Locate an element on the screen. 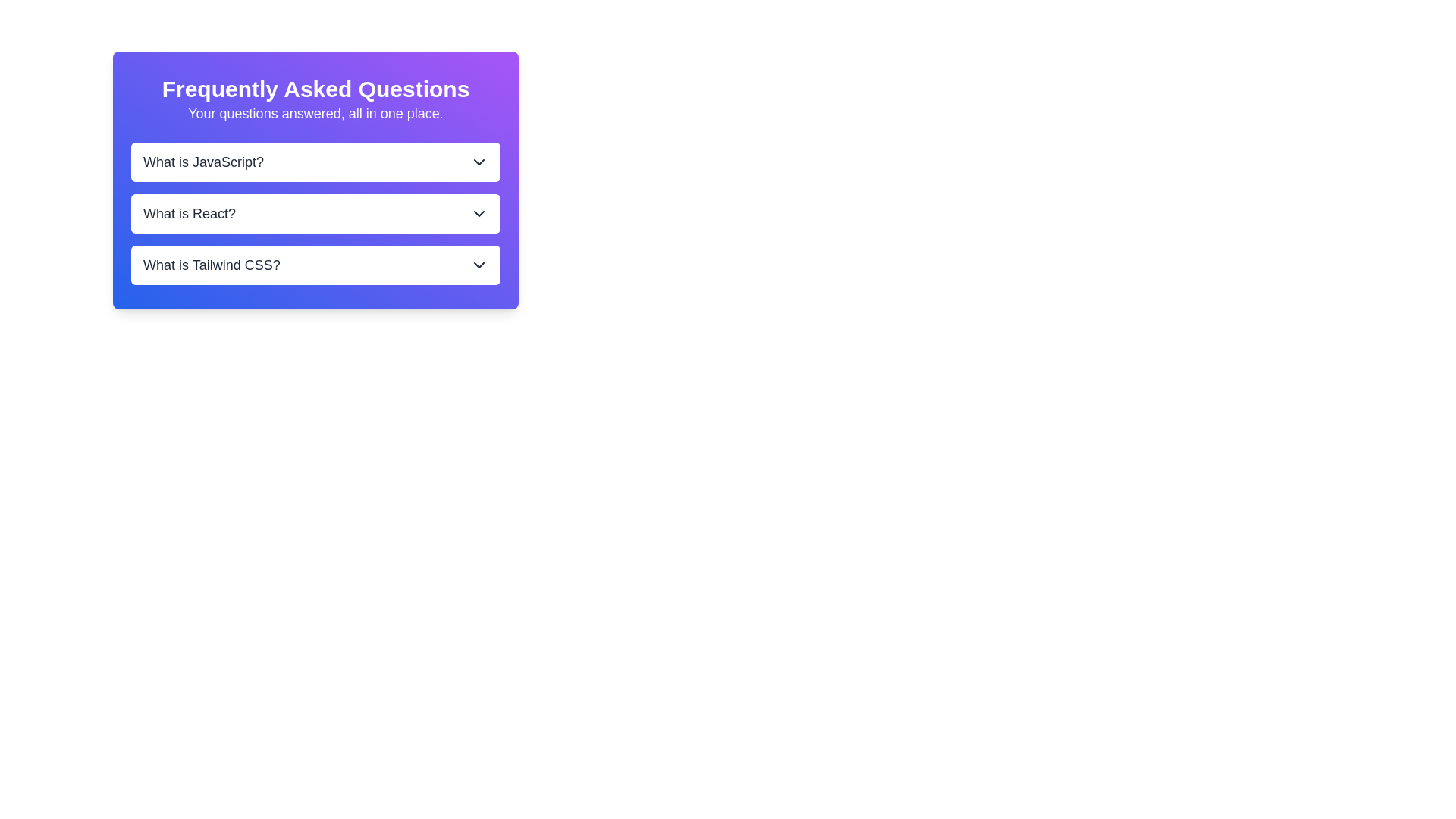 This screenshot has width=1456, height=819. the Dropdown toggle button labeled 'What is Tailwind CSS?' is located at coordinates (315, 265).